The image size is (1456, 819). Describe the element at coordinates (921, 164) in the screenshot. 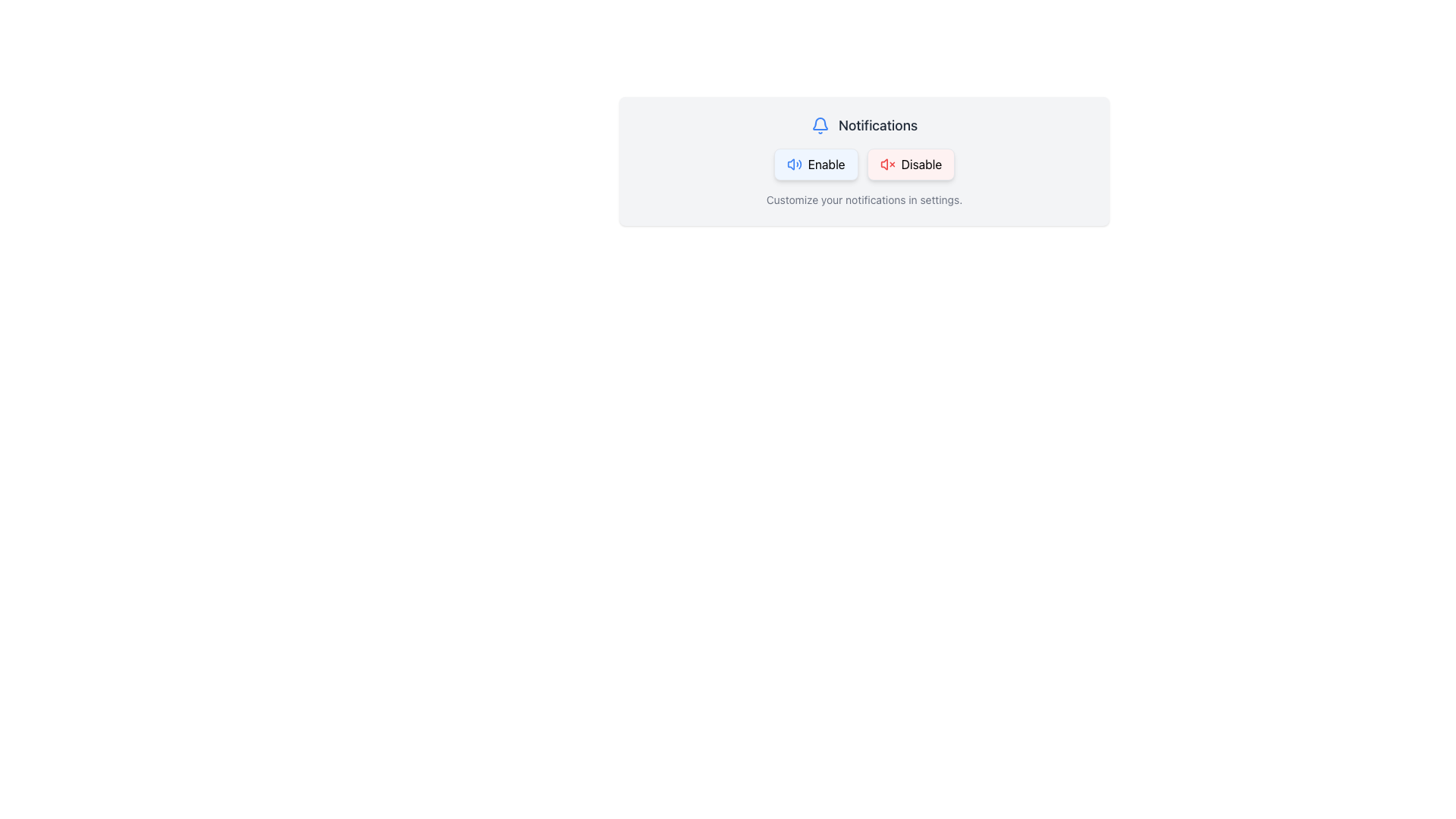

I see `the Text Label indicating the status of notifications, positioned to the right of the 'Enable' button` at that location.